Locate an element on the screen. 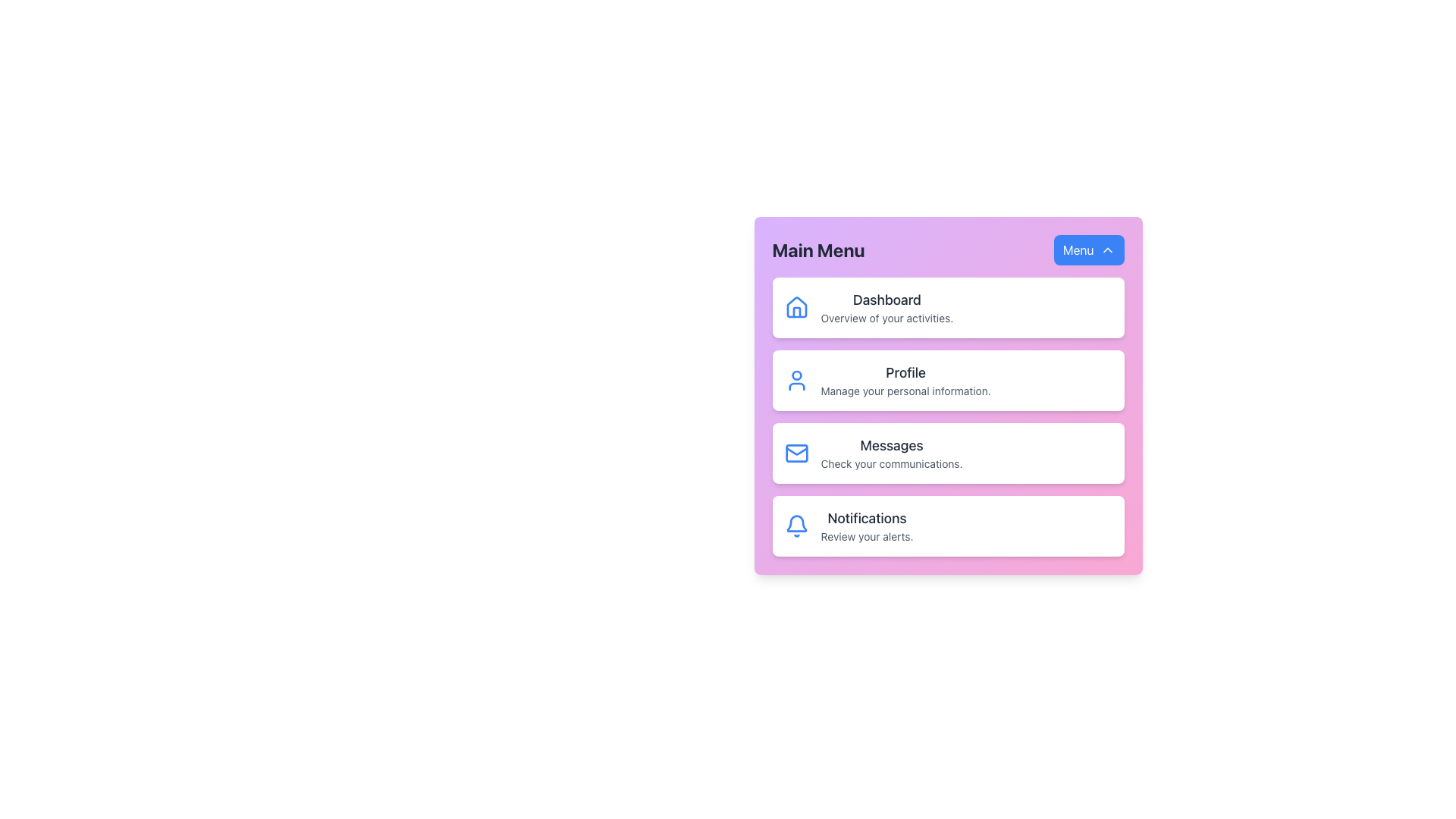 The image size is (1456, 819). the bell icon representing notifications, located to the left of the 'Notifications' option card, positioned at the bottom of the vertical stack of options is located at coordinates (795, 522).